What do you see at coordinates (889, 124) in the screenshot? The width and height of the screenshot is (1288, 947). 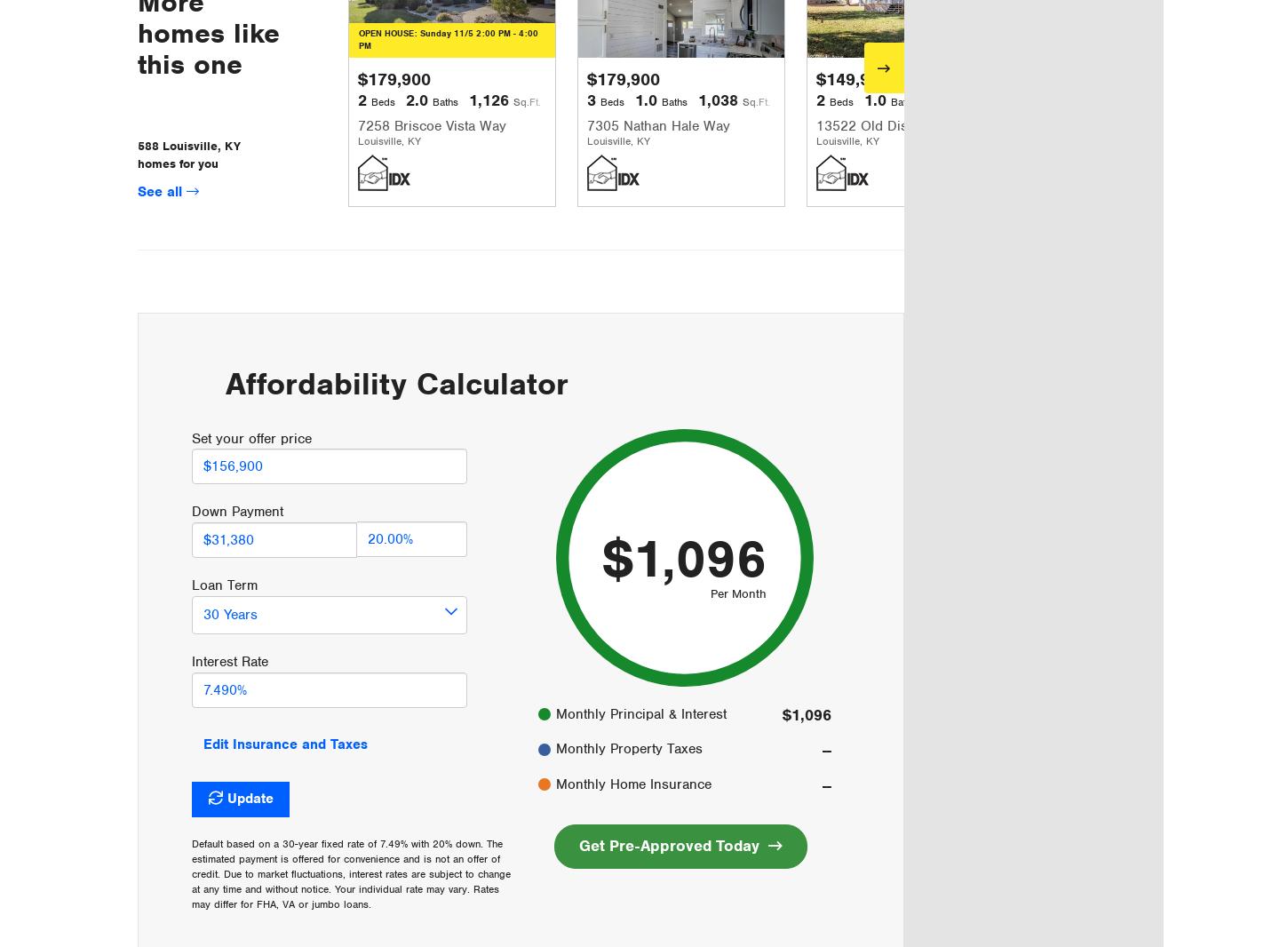 I see `'13522 Old Distillery Rd'` at bounding box center [889, 124].